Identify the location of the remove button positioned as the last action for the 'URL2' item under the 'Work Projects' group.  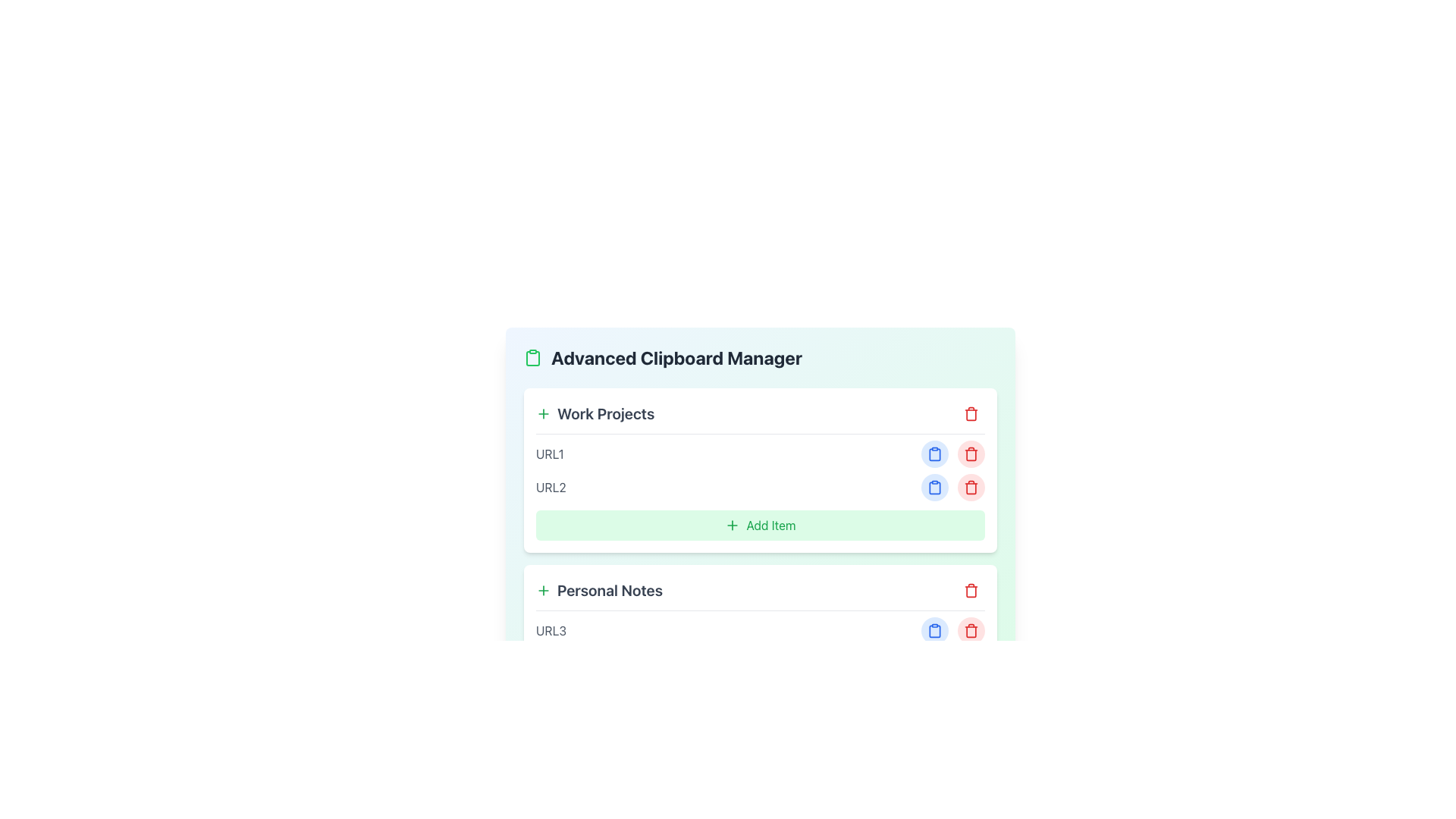
(971, 488).